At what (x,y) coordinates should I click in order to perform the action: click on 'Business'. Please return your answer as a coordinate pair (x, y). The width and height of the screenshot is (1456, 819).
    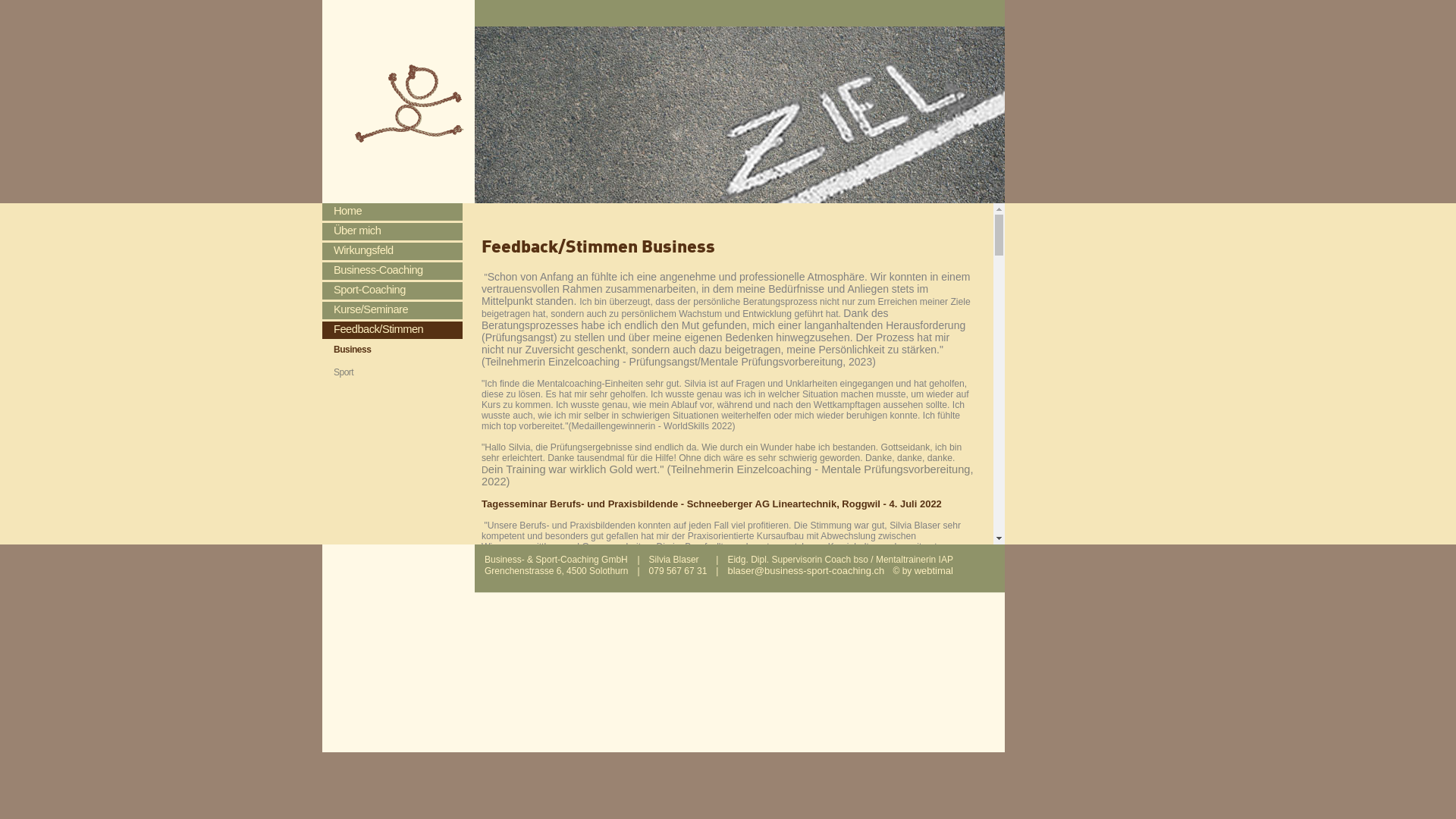
    Looking at the image, I should click on (391, 350).